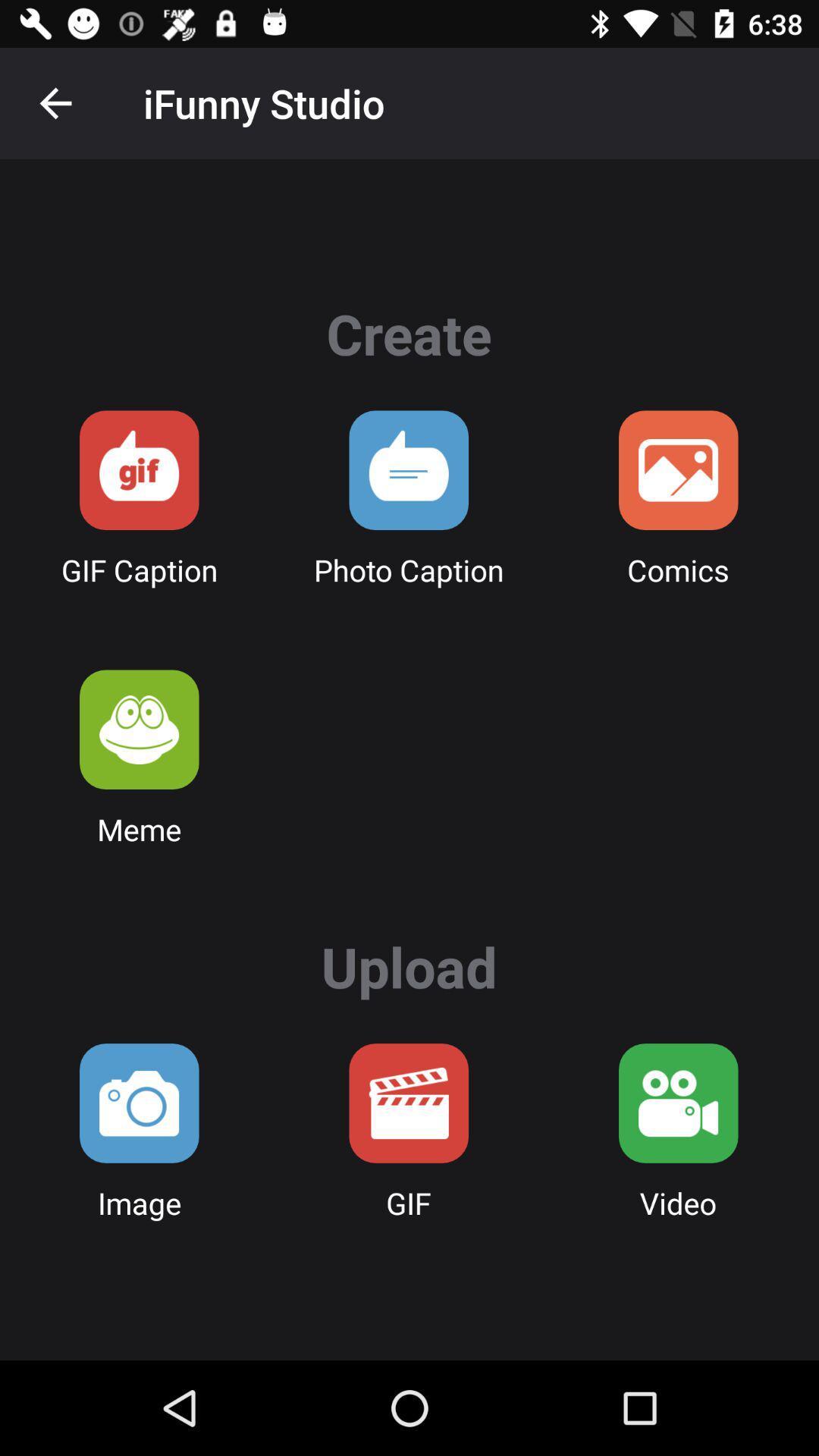  Describe the element at coordinates (139, 1103) in the screenshot. I see `take photo to upload` at that location.